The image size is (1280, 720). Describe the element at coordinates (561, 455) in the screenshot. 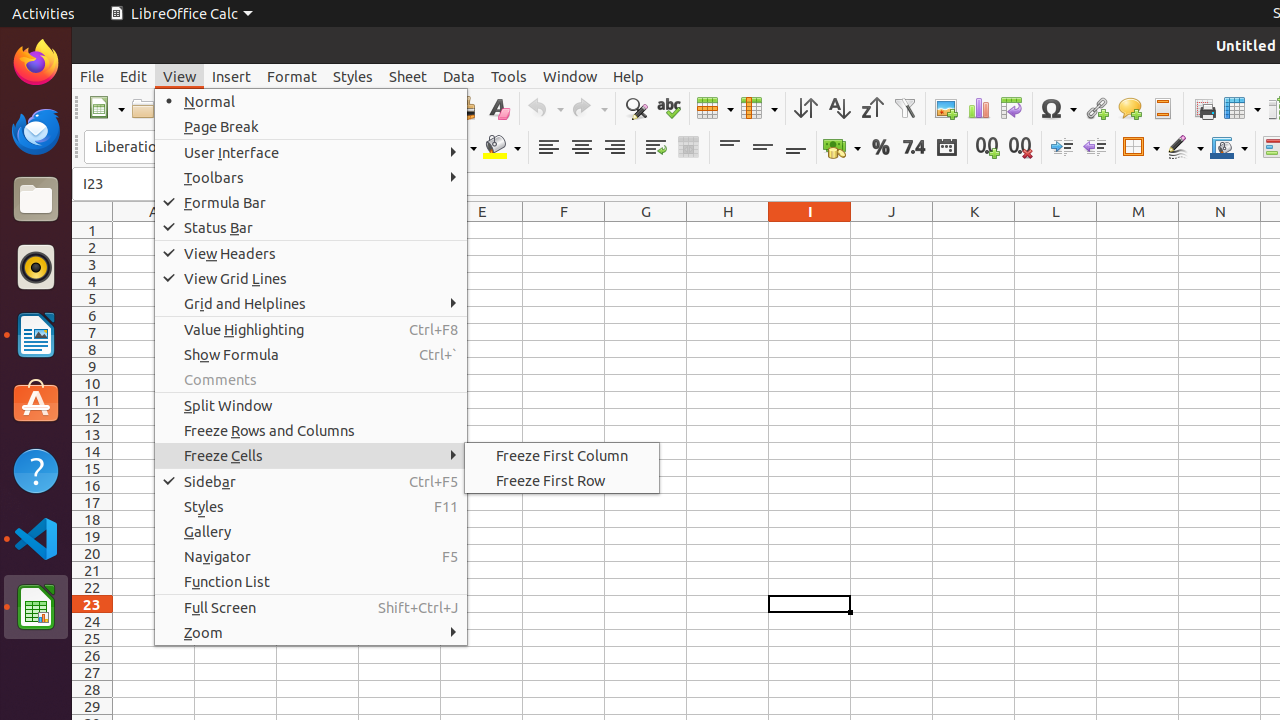

I see `'Freeze First Column'` at that location.